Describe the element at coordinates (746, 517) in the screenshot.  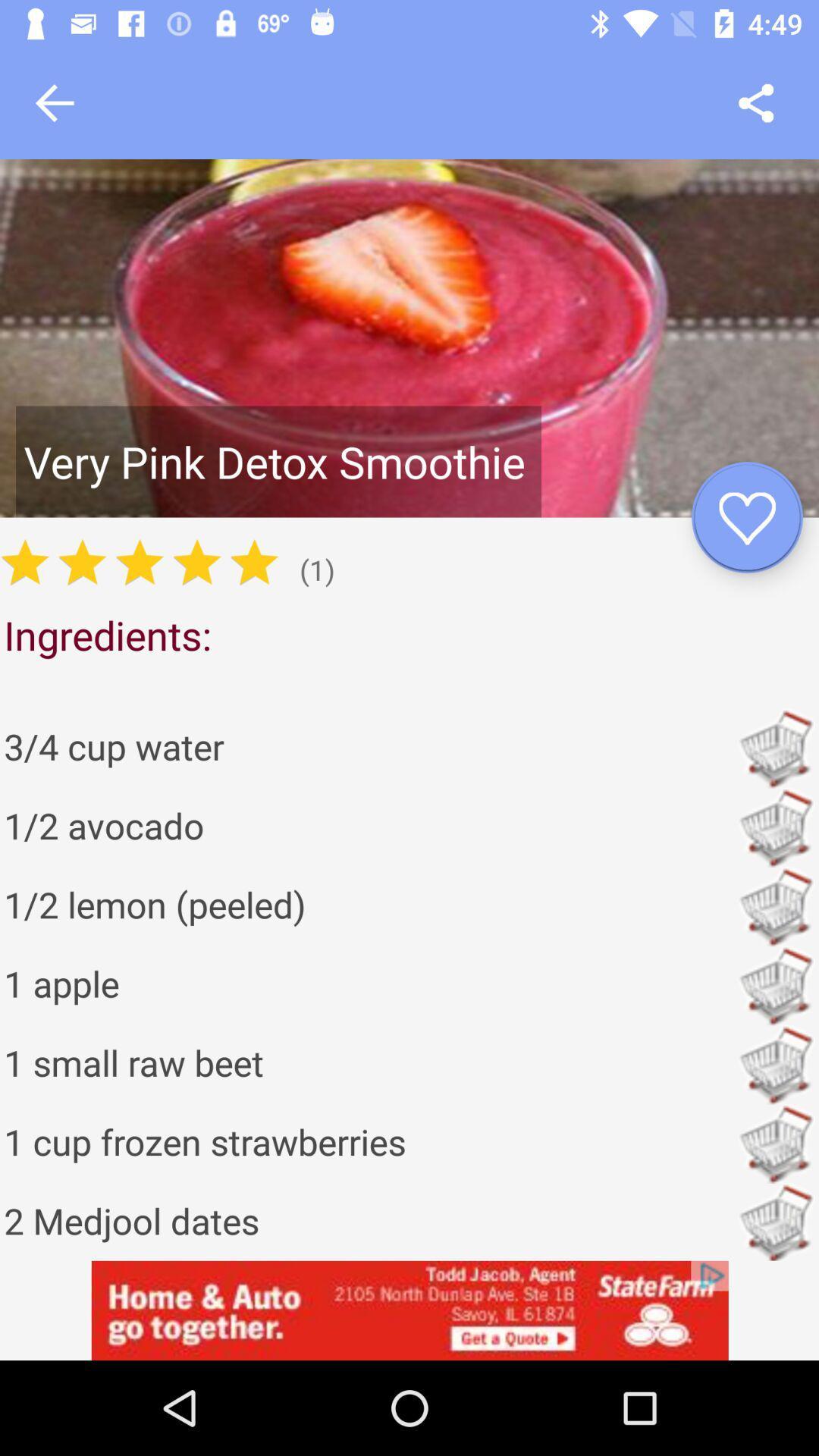
I see `the favorite icon` at that location.